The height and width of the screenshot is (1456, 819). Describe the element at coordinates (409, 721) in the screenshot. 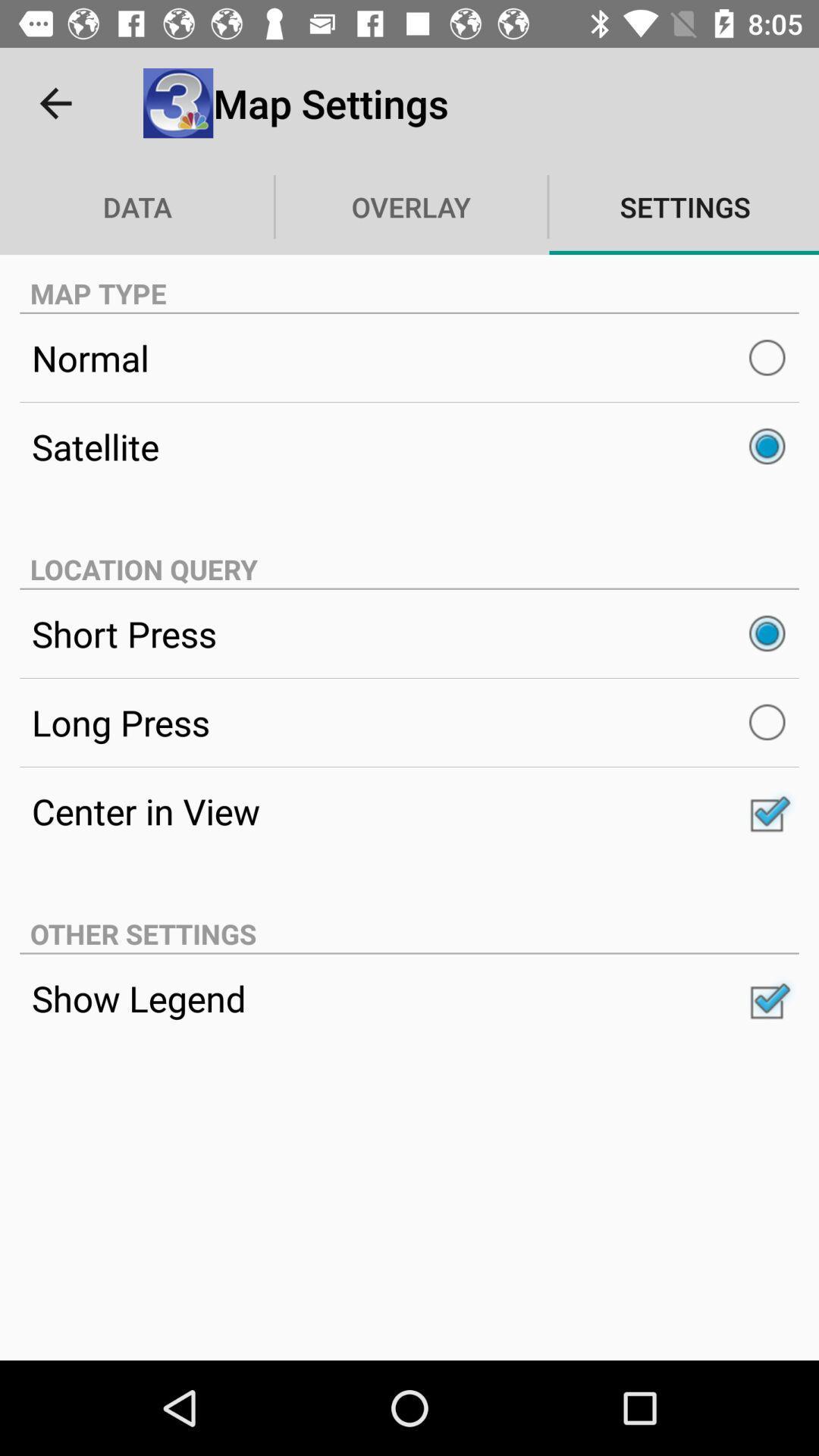

I see `the long press` at that location.